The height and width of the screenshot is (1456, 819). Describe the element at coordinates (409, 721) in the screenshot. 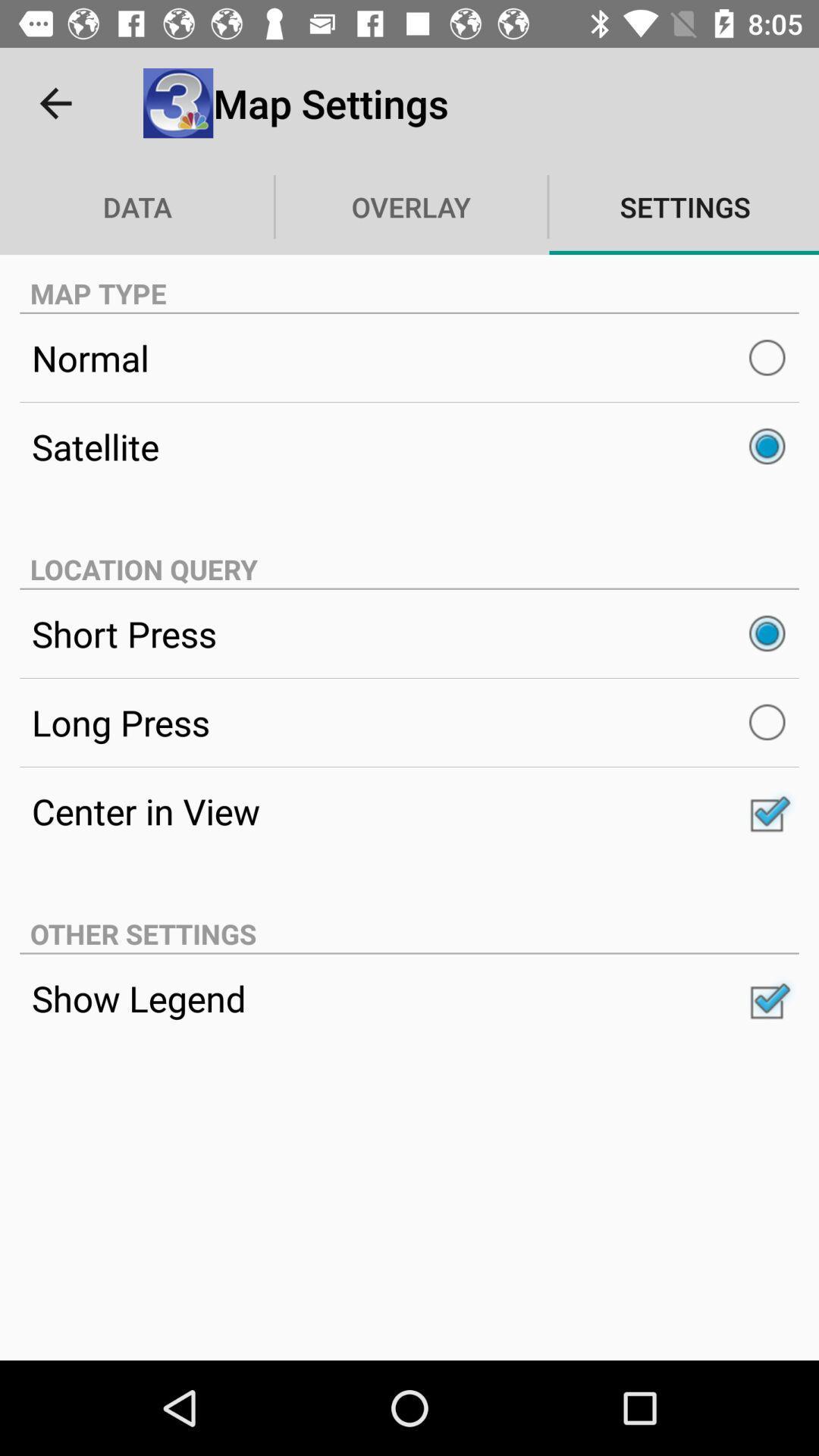

I see `the long press` at that location.